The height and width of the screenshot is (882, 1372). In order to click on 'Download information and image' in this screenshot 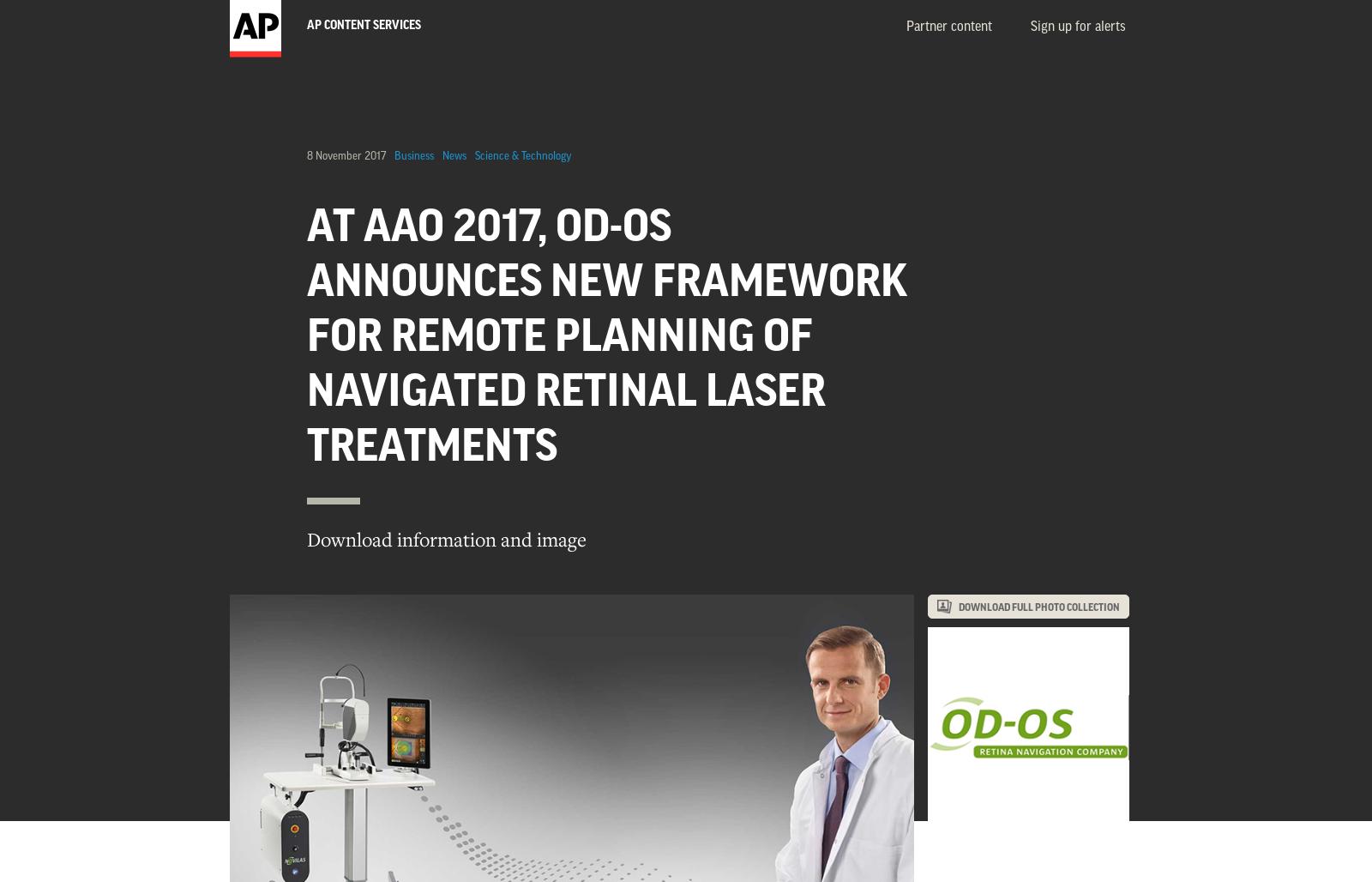, I will do `click(445, 538)`.